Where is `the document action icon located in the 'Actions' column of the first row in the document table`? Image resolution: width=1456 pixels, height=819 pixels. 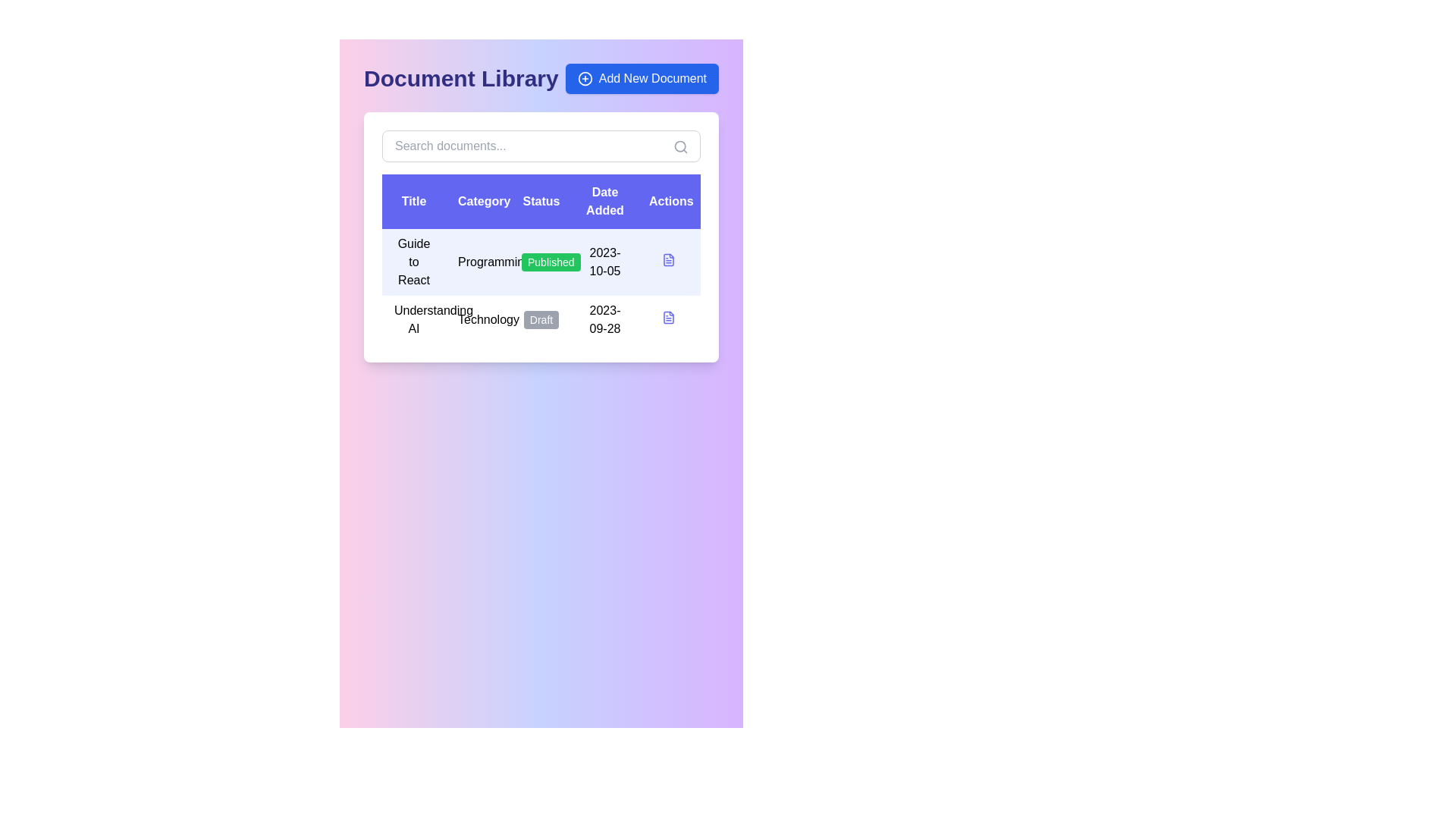
the document action icon located in the 'Actions' column of the first row in the document table is located at coordinates (668, 259).